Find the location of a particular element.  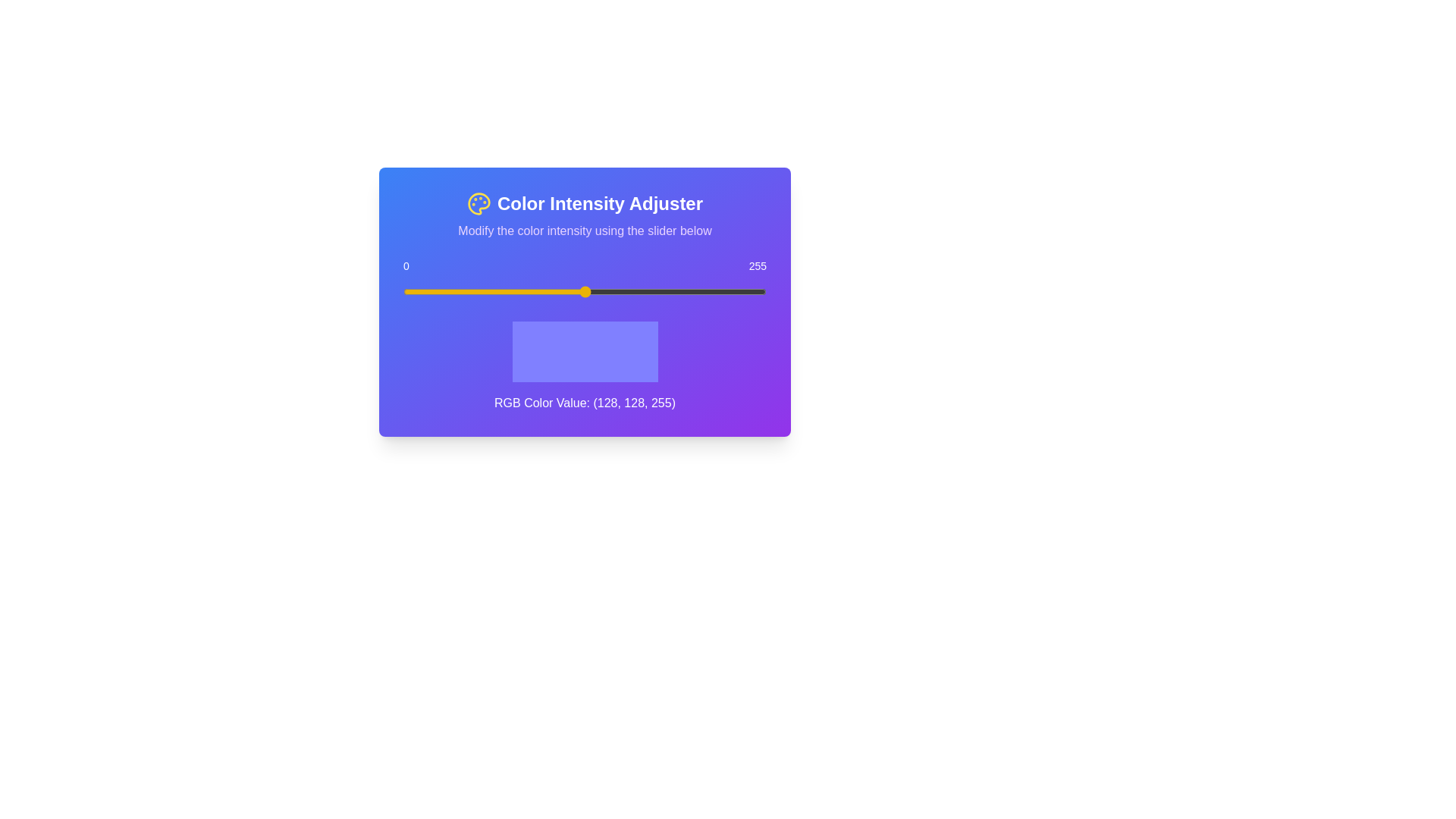

the slider to set the value to 112 is located at coordinates (562, 292).